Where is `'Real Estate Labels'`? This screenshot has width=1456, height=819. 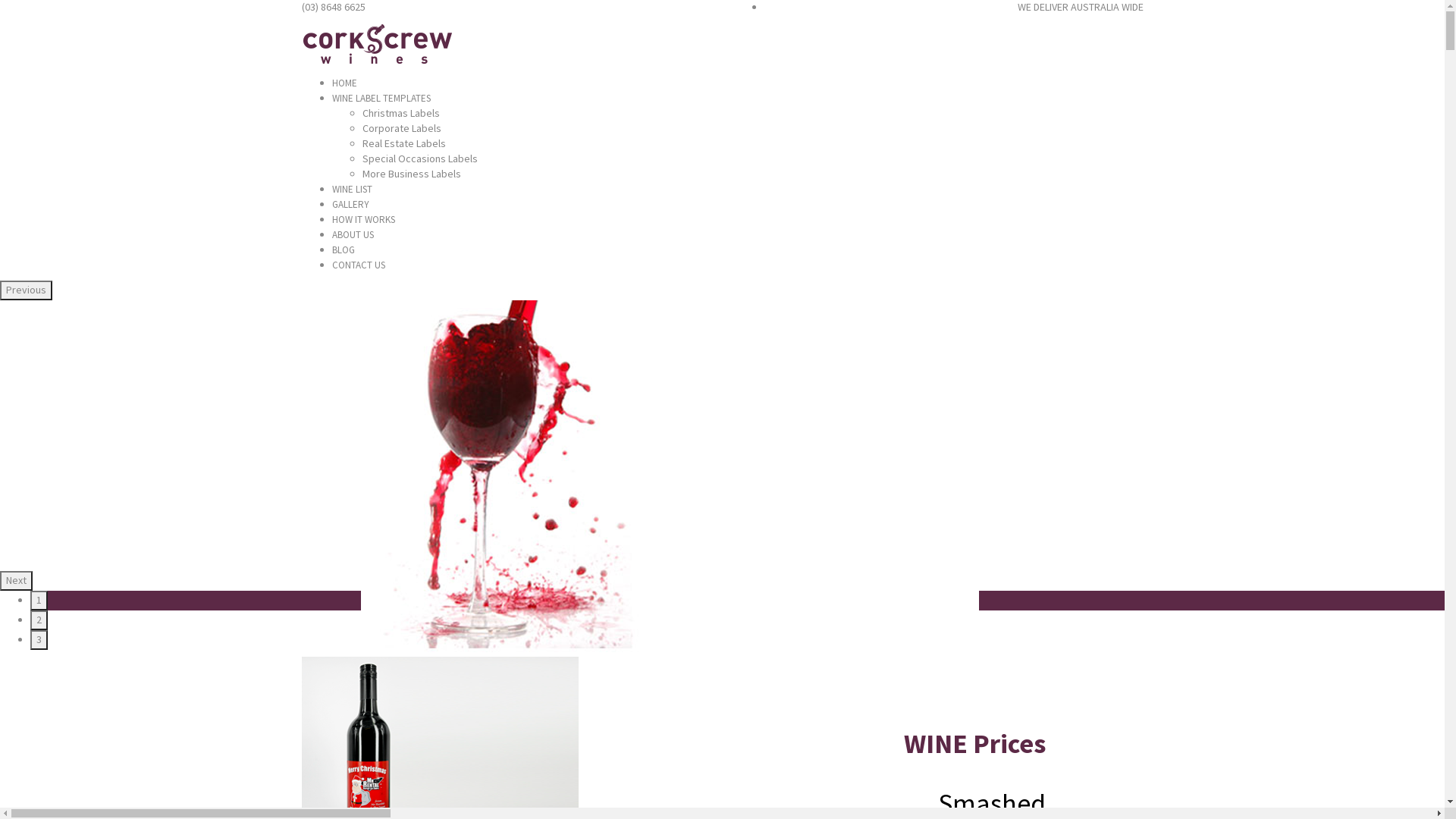
'Real Estate Labels' is located at coordinates (403, 143).